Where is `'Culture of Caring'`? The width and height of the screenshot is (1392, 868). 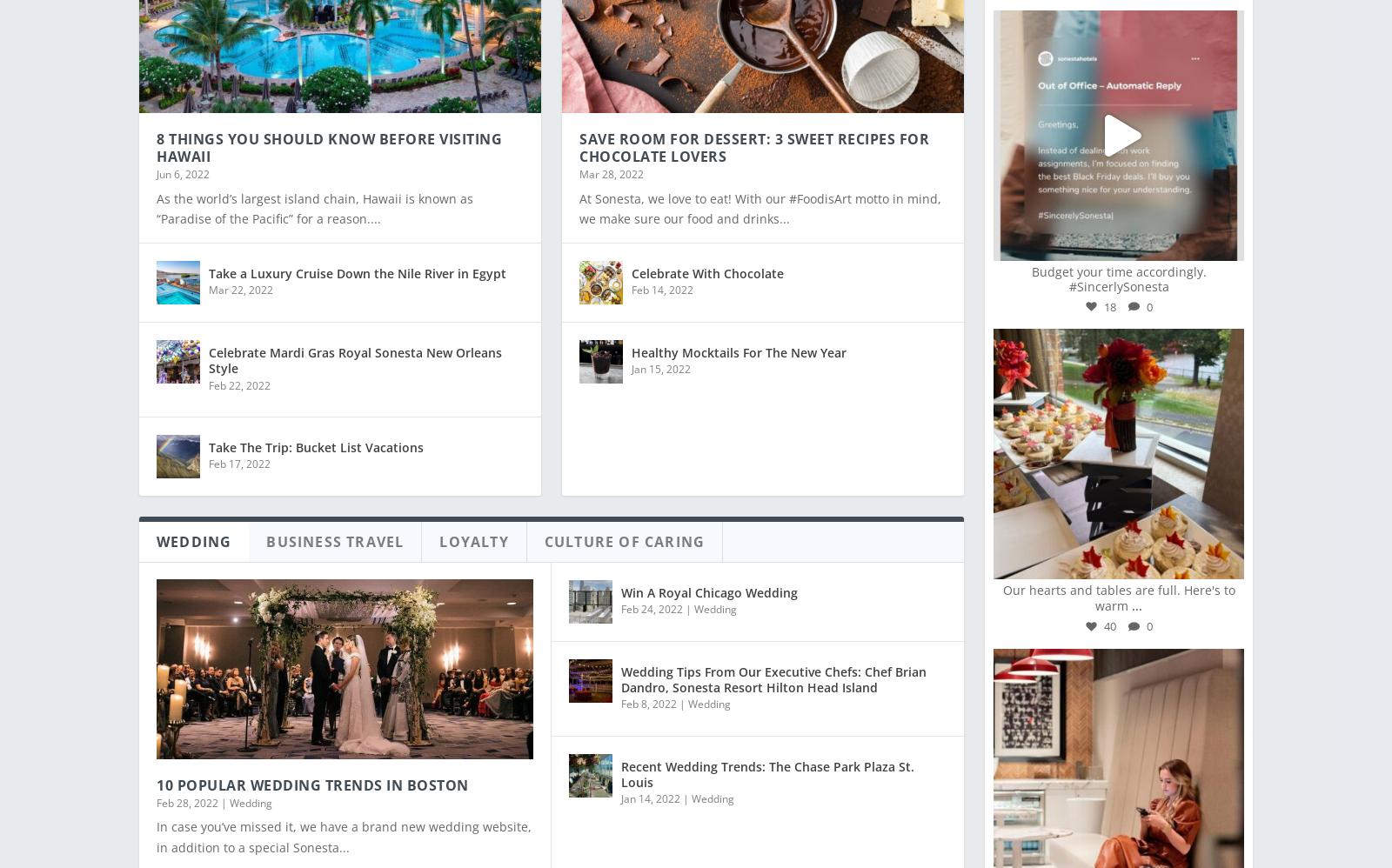
'Culture of Caring' is located at coordinates (267, 250).